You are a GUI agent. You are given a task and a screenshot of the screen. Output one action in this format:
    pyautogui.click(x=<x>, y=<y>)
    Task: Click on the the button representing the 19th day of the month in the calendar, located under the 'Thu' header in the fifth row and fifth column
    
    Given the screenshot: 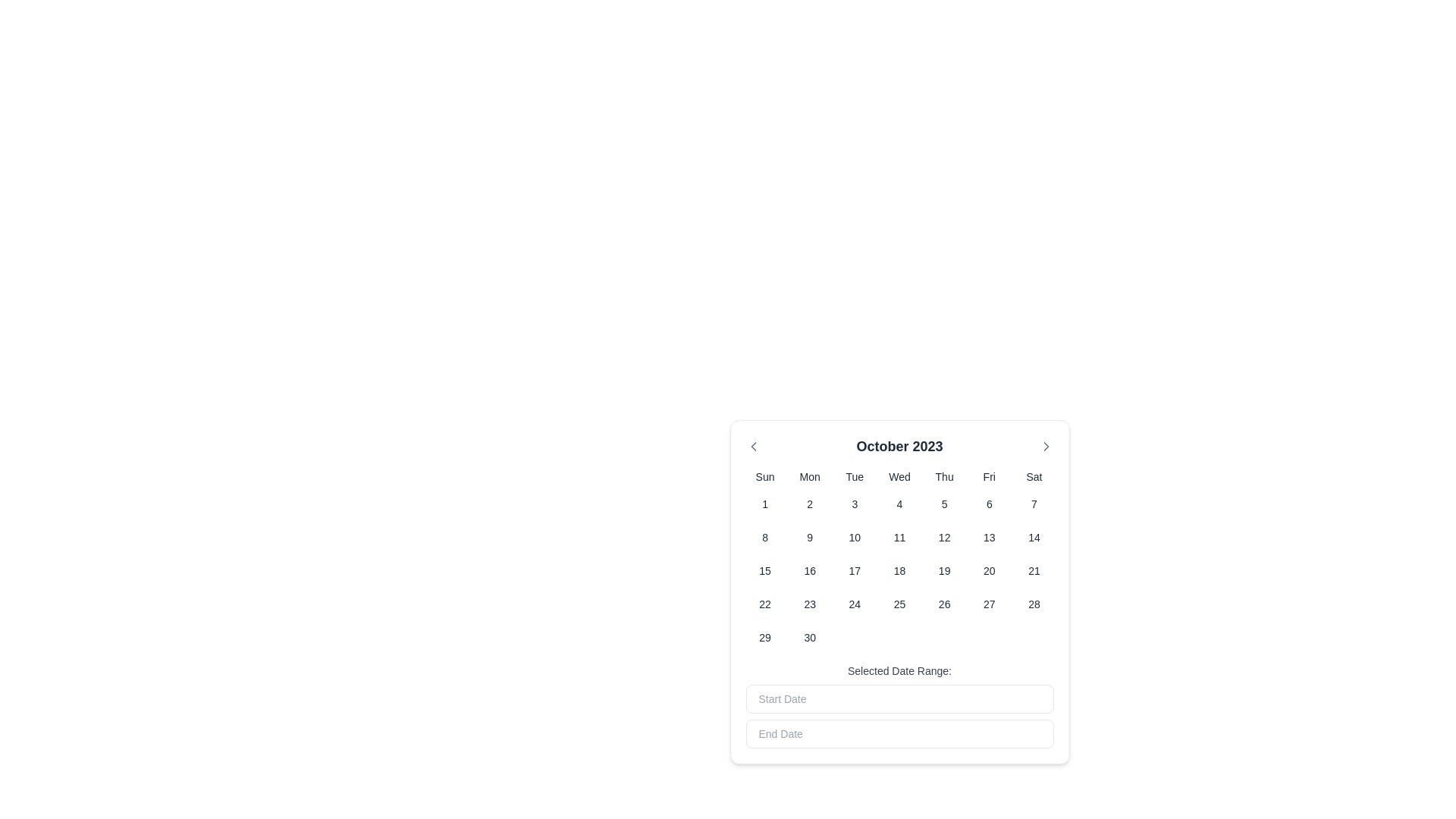 What is the action you would take?
    pyautogui.click(x=943, y=570)
    